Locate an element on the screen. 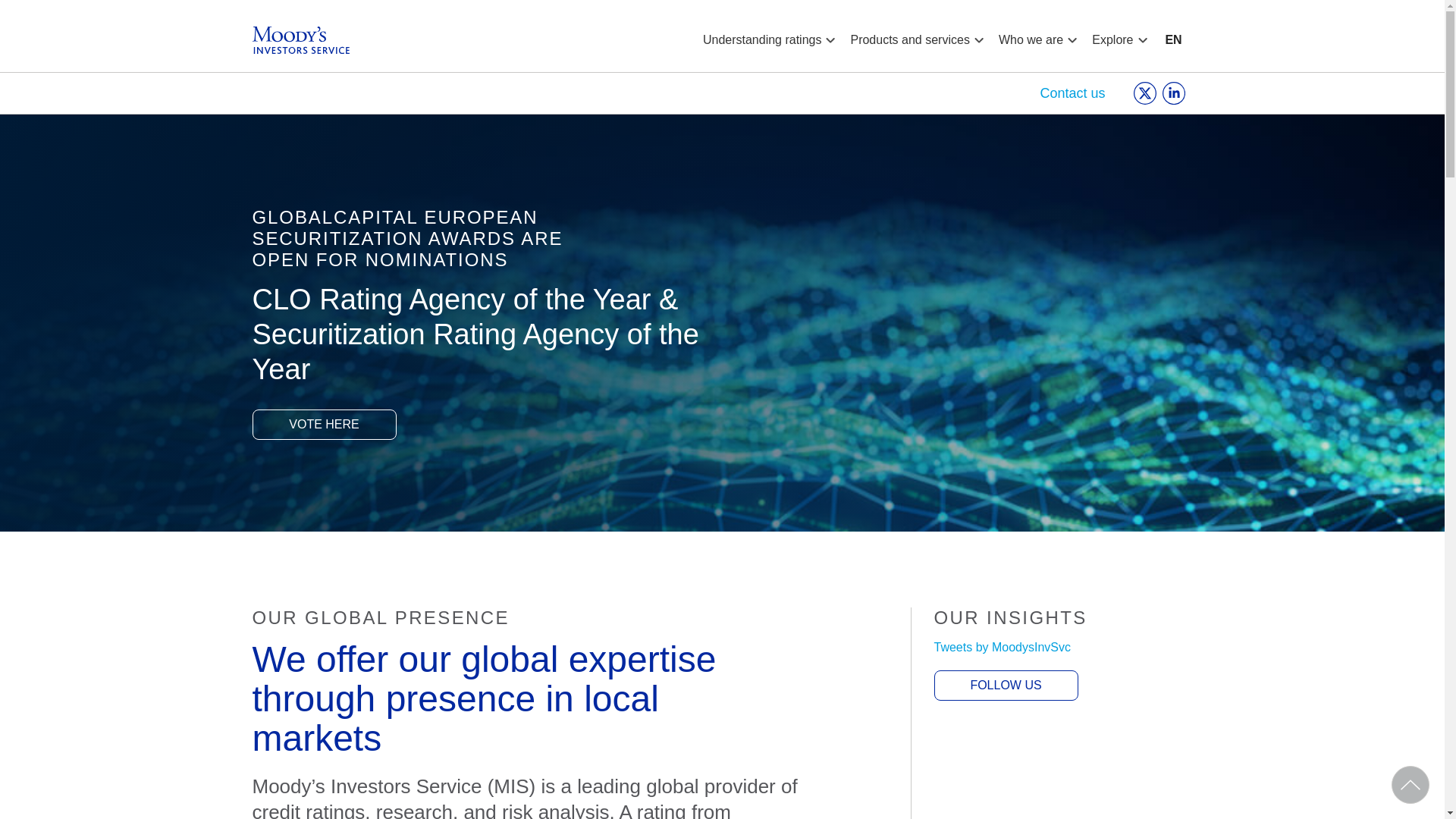 This screenshot has height=819, width=1456. 'FOLLOW US' is located at coordinates (1006, 685).